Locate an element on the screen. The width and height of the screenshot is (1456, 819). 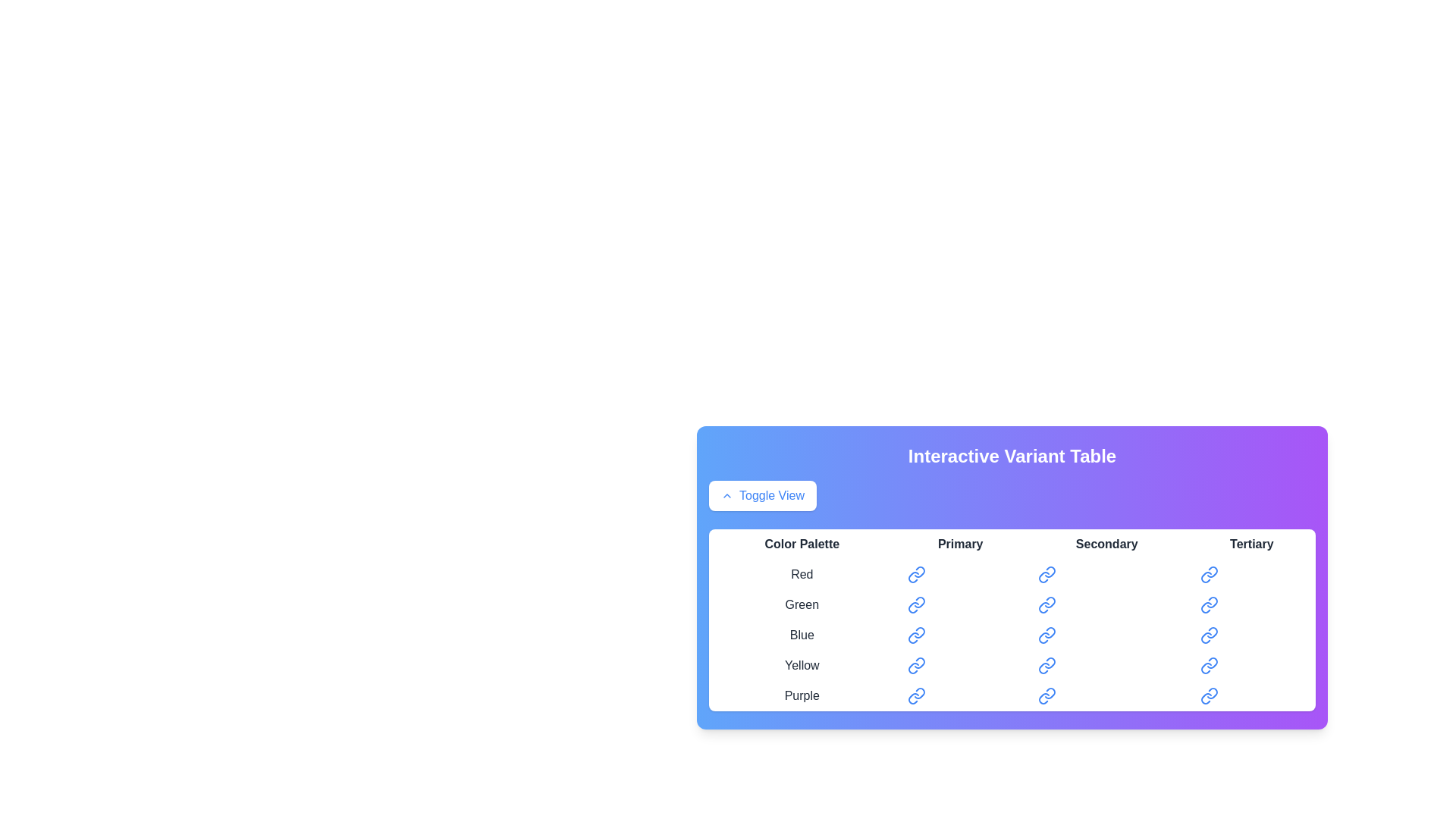
the text label 'Secondary - Red' which is styled with padding and represents a link, located in the third cell of the 'Red' color palette row under the 'Secondary' column is located at coordinates (1106, 575).